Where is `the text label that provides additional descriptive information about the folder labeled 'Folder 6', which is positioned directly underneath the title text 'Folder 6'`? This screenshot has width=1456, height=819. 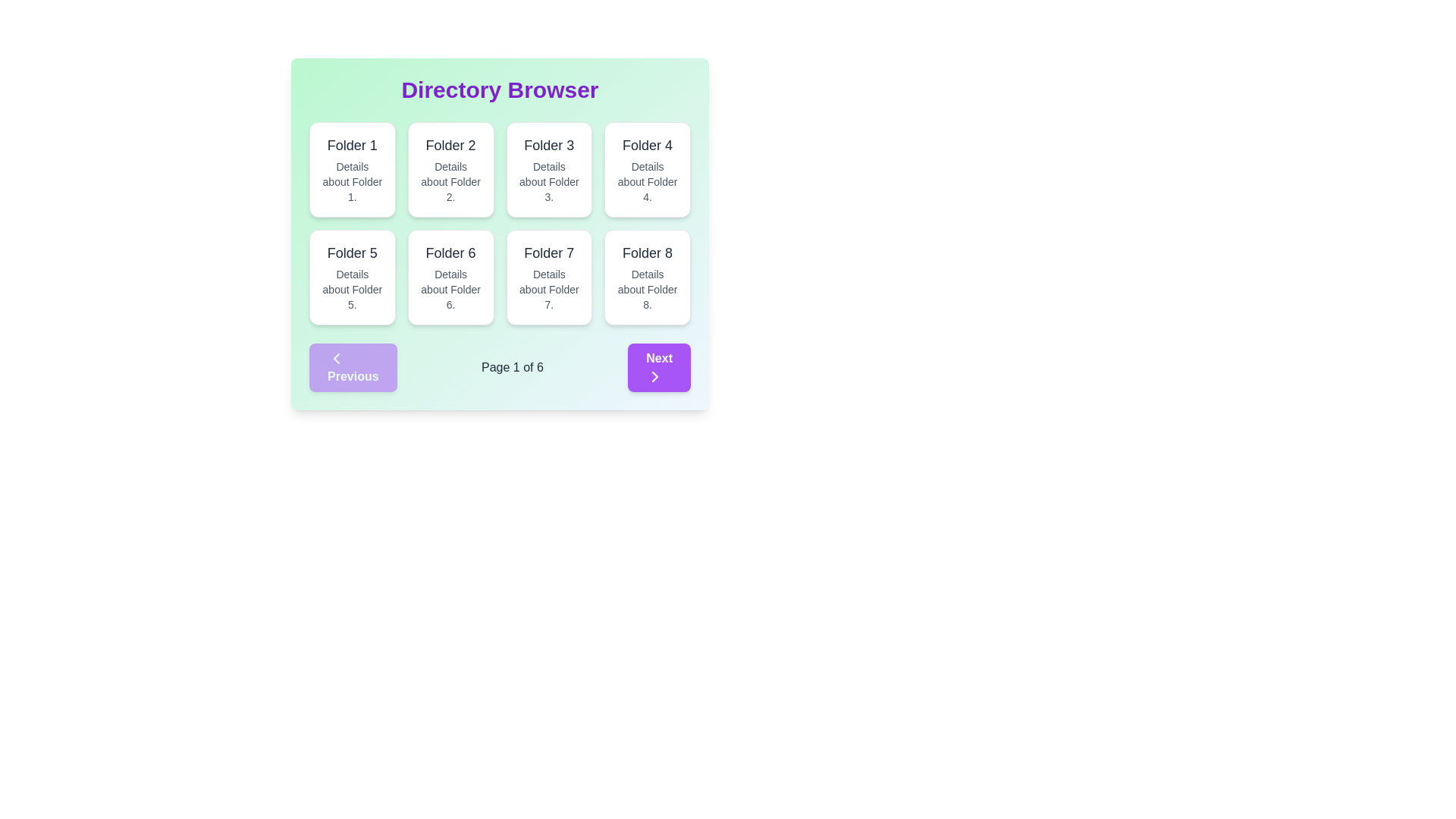
the text label that provides additional descriptive information about the folder labeled 'Folder 6', which is positioned directly underneath the title text 'Folder 6' is located at coordinates (450, 289).